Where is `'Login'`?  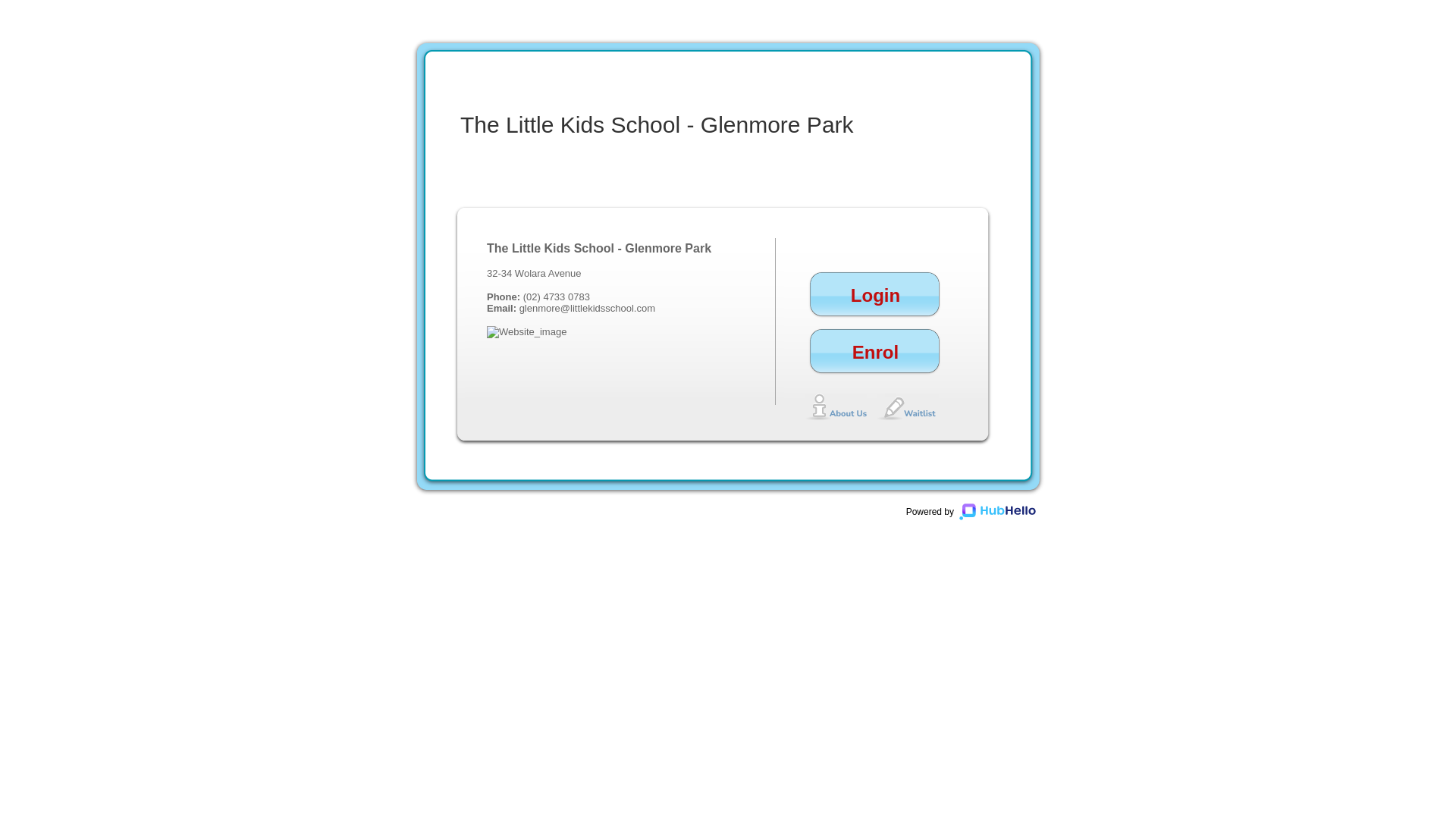
'Login' is located at coordinates (1082, 344).